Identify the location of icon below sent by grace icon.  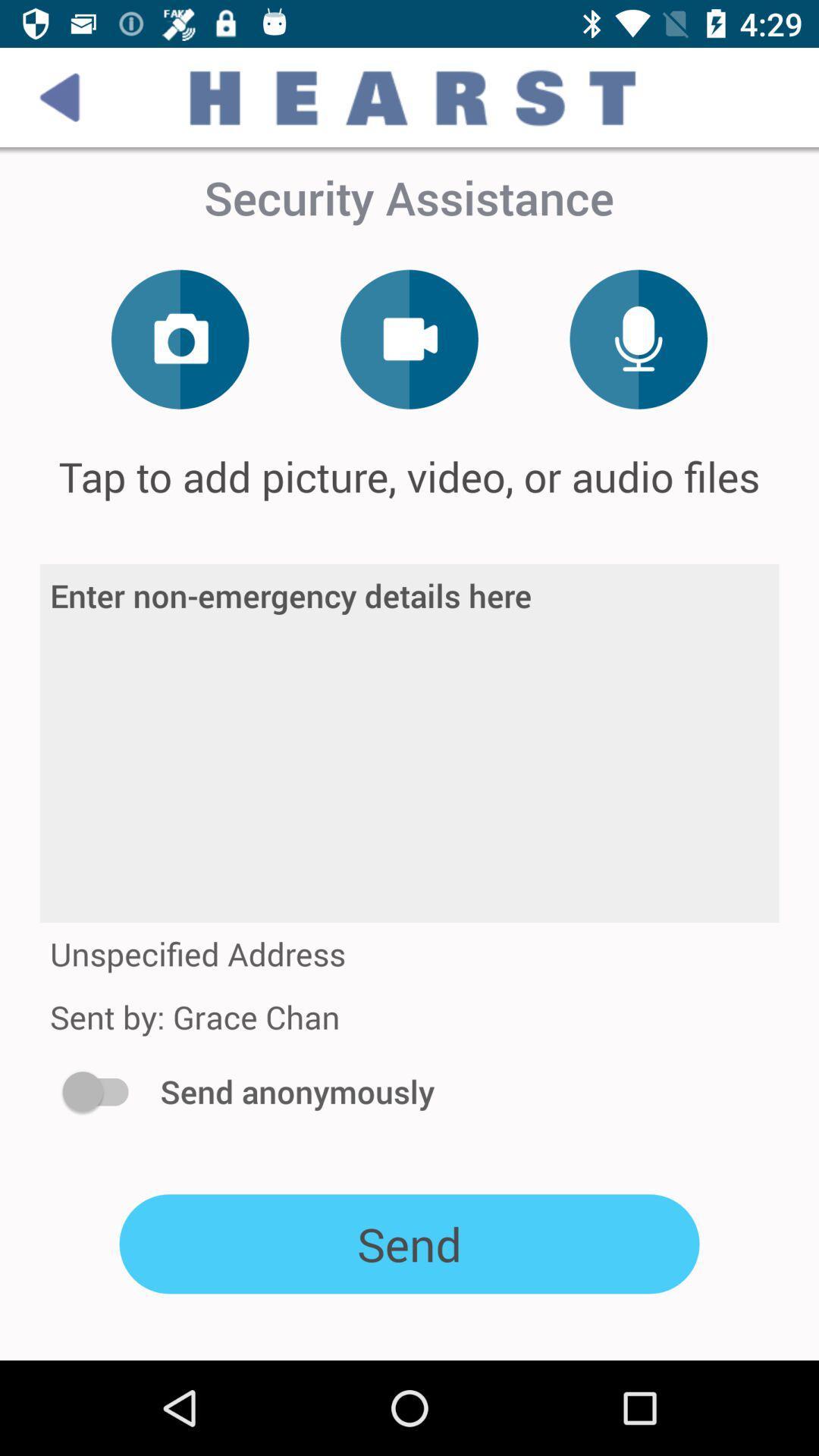
(102, 1090).